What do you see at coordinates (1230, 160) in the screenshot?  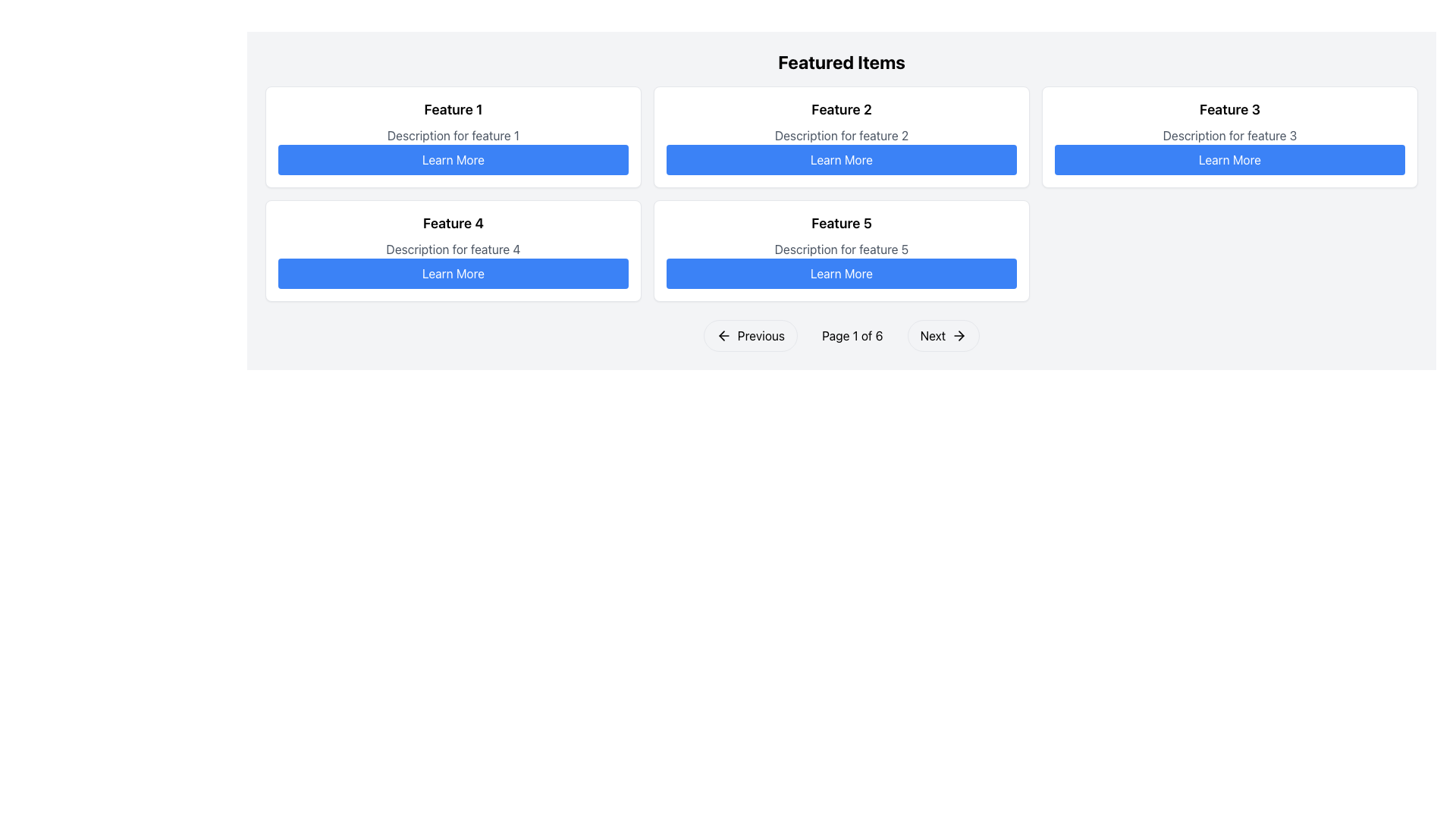 I see `the 'Learn More' button with a blue background and white text, located at the bottom of the 'Feature 3' card in the top-right corner of the grid` at bounding box center [1230, 160].